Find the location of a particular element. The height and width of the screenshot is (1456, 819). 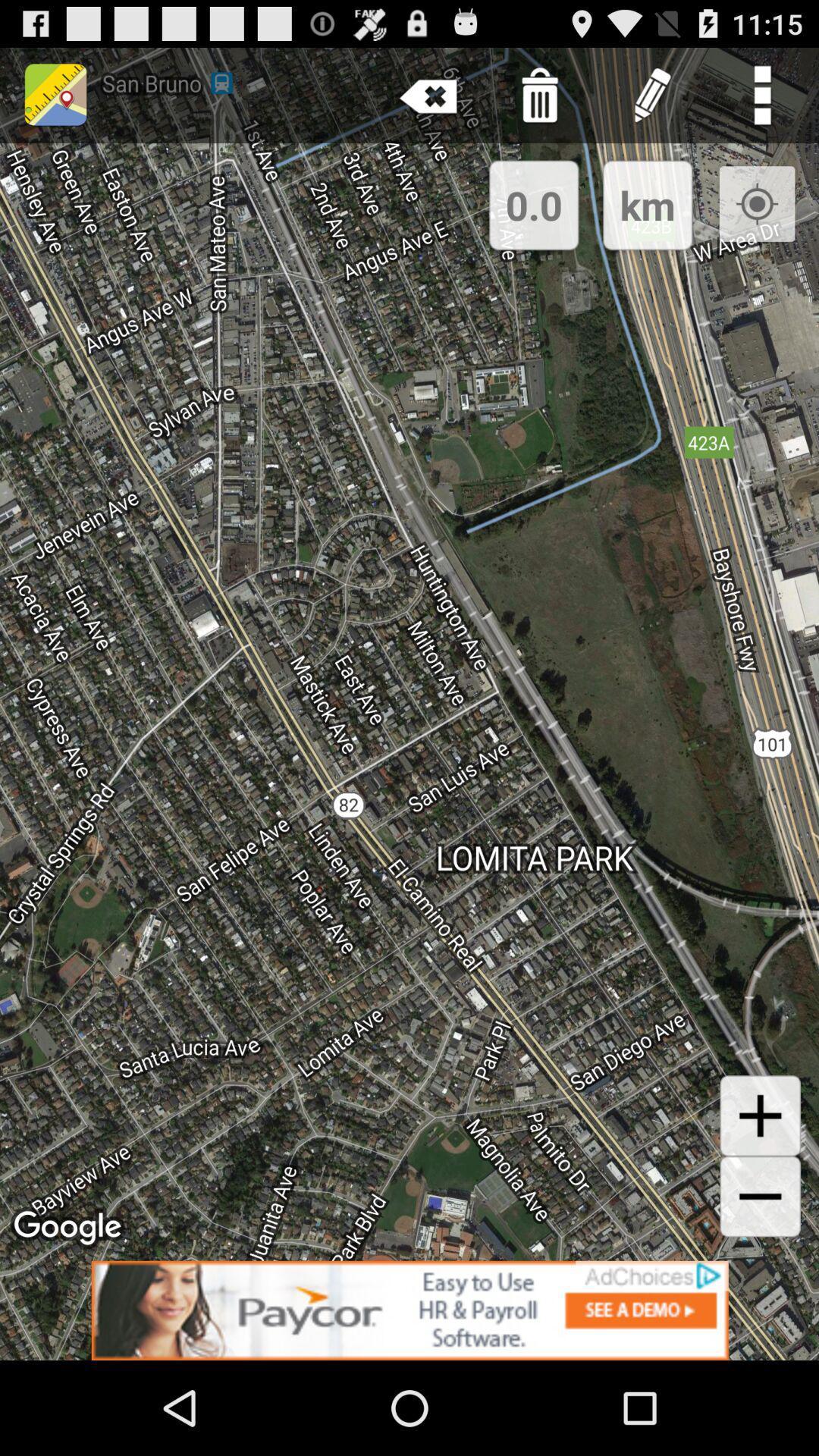

the google logo on the web page is located at coordinates (70, 1228).